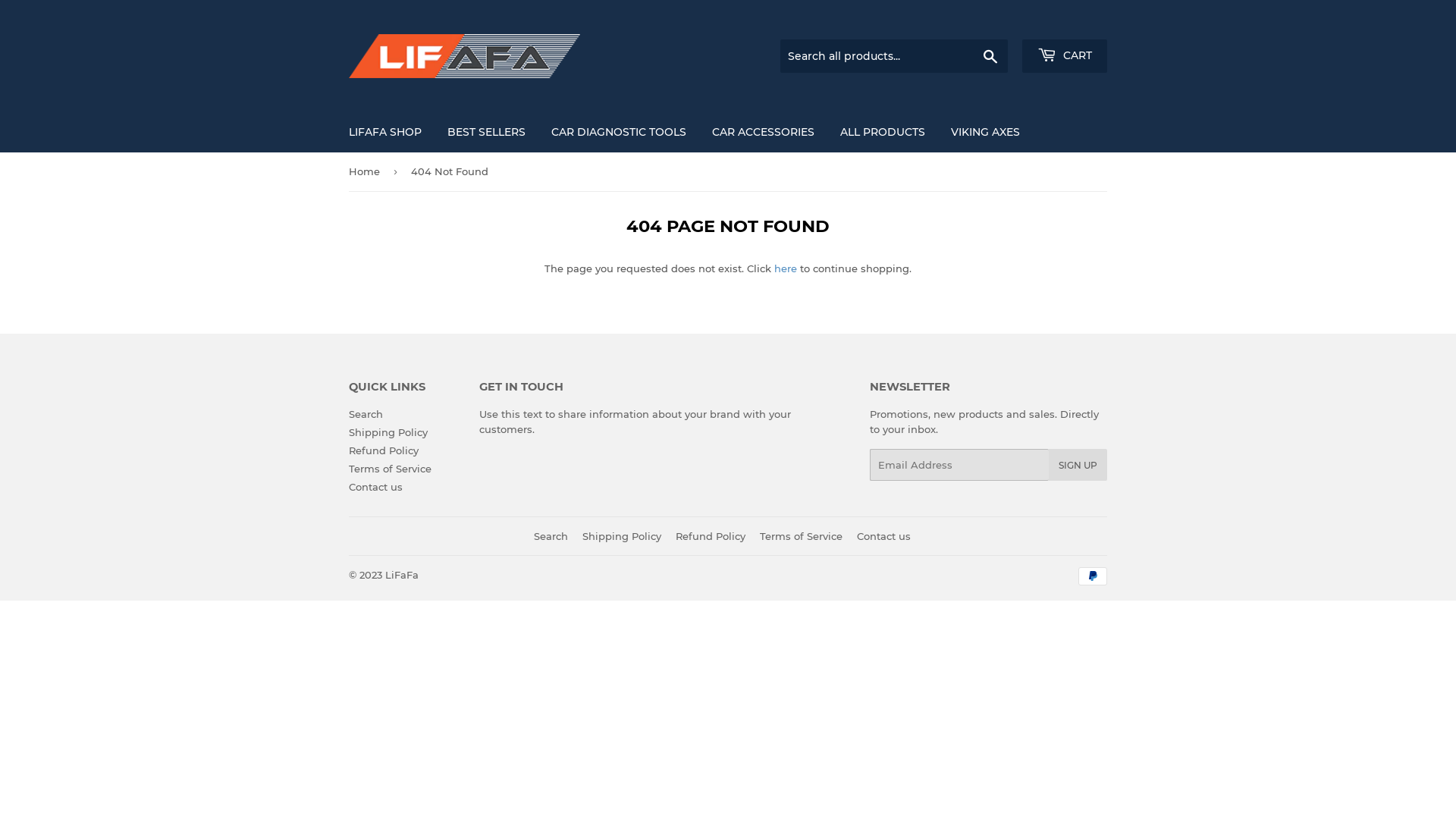  Describe the element at coordinates (1063, 55) in the screenshot. I see `'CART'` at that location.